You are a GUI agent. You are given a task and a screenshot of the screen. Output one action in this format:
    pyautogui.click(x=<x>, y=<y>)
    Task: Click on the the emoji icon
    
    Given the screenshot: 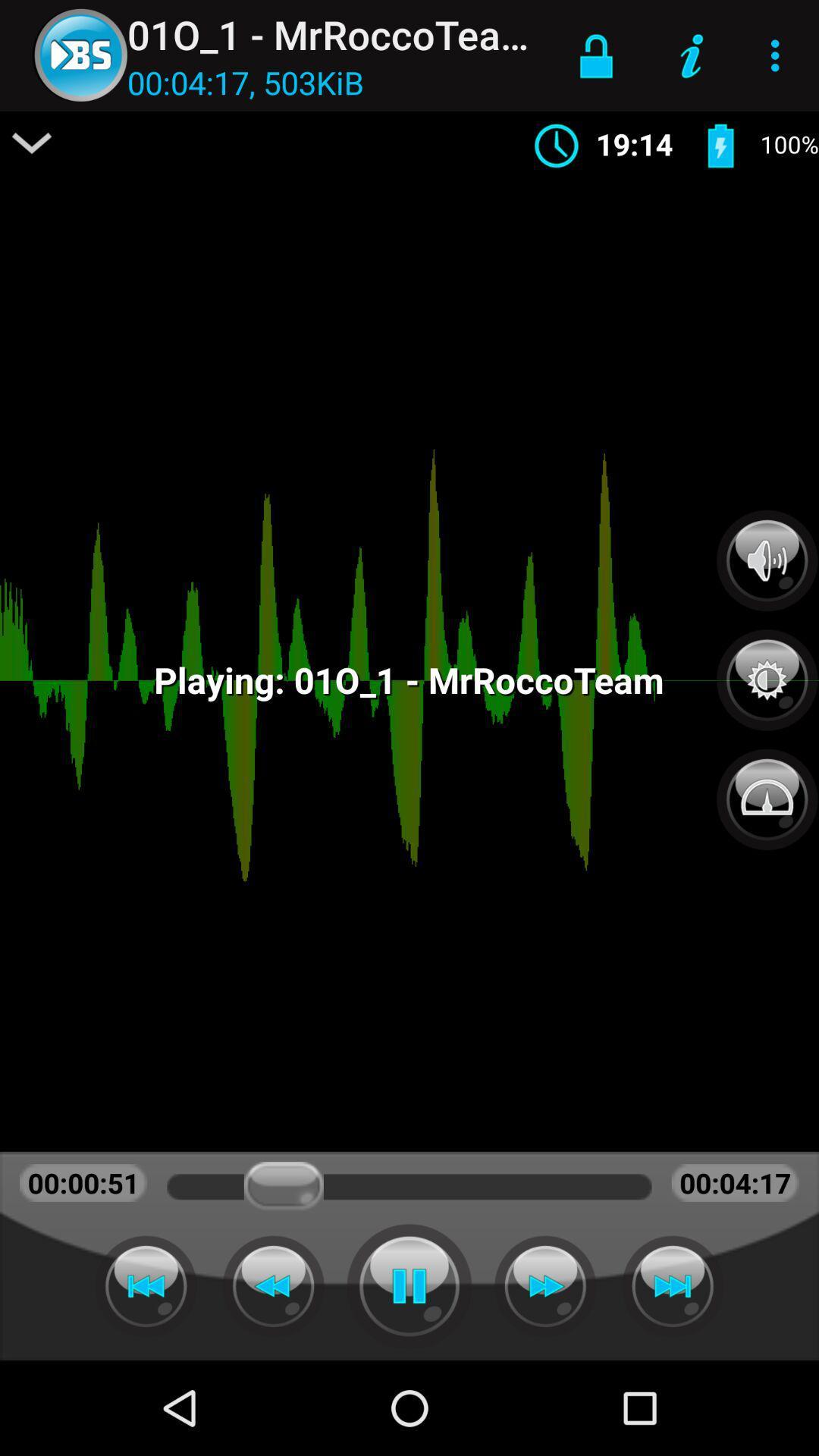 What is the action you would take?
    pyautogui.click(x=767, y=790)
    